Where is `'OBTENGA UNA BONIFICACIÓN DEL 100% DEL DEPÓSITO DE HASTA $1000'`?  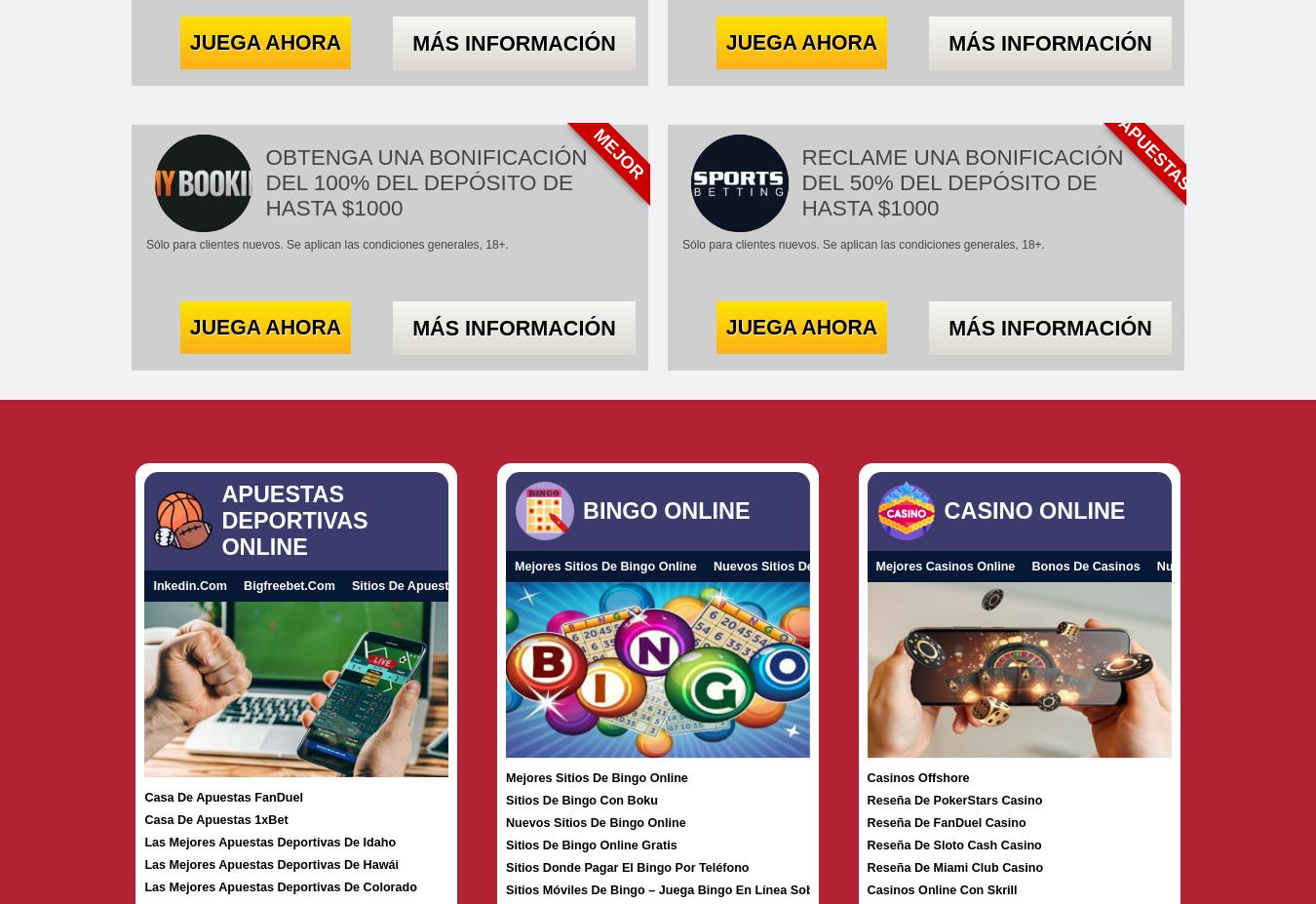 'OBTENGA UNA BONIFICACIÓN DEL 100% DEL DEPÓSITO DE HASTA $1000' is located at coordinates (425, 182).